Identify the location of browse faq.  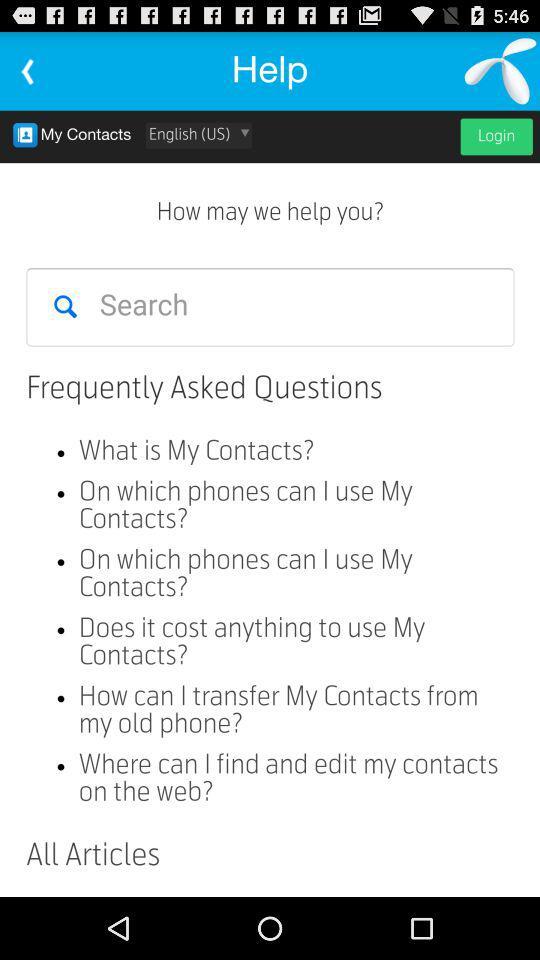
(270, 502).